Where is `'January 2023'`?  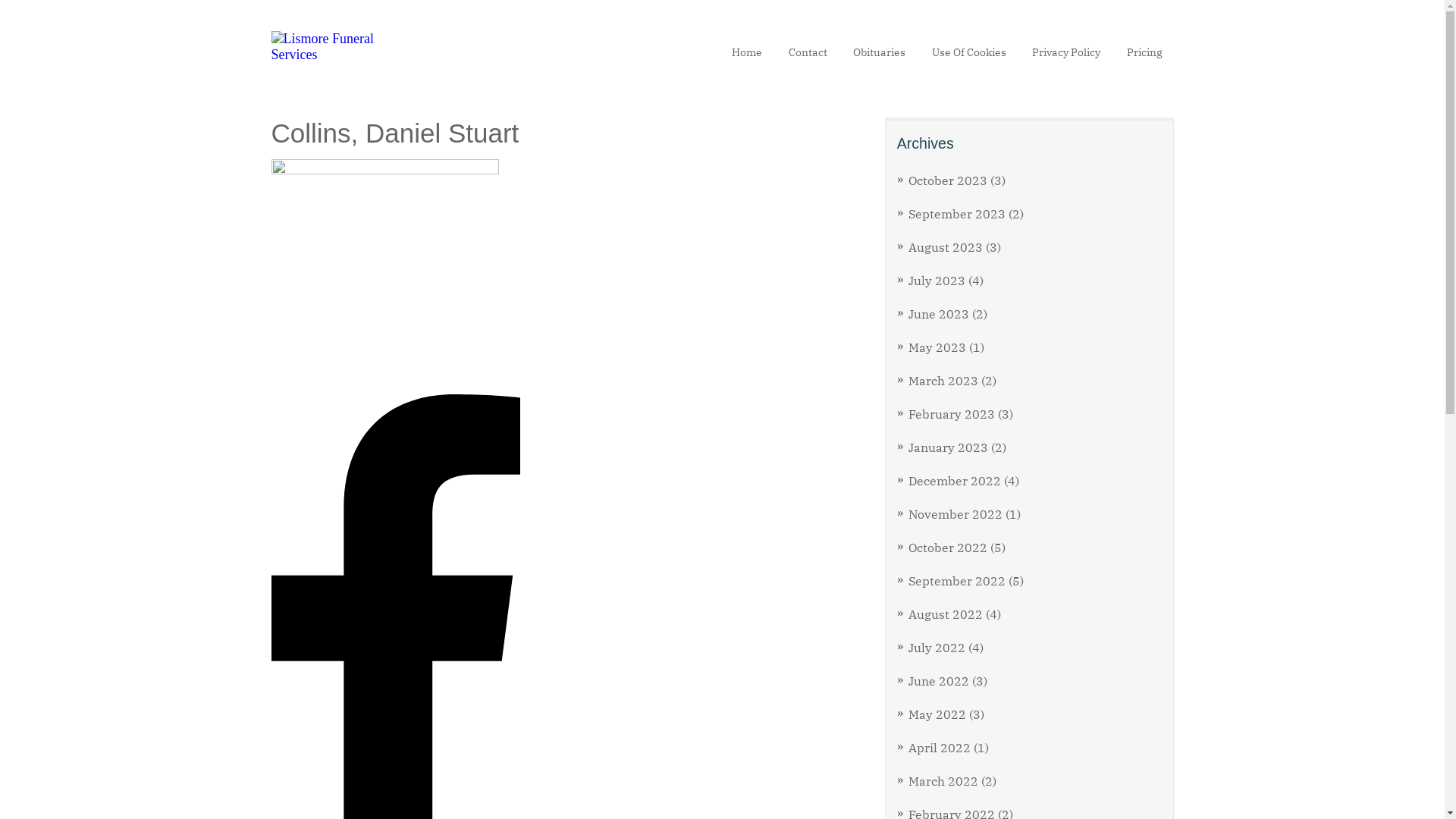
'January 2023' is located at coordinates (908, 447).